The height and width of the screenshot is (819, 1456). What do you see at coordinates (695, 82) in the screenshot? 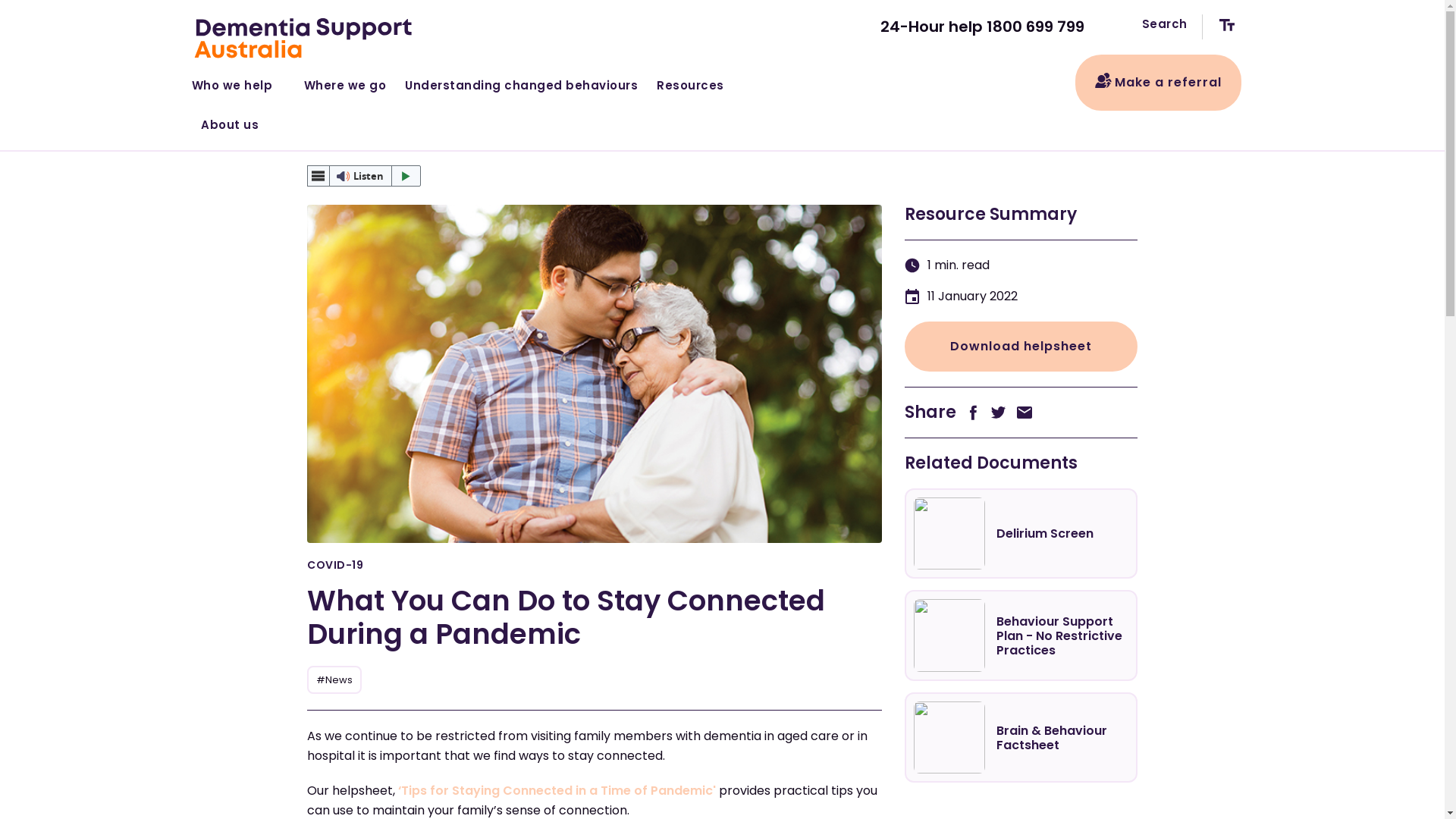
I see `'Resources'` at bounding box center [695, 82].